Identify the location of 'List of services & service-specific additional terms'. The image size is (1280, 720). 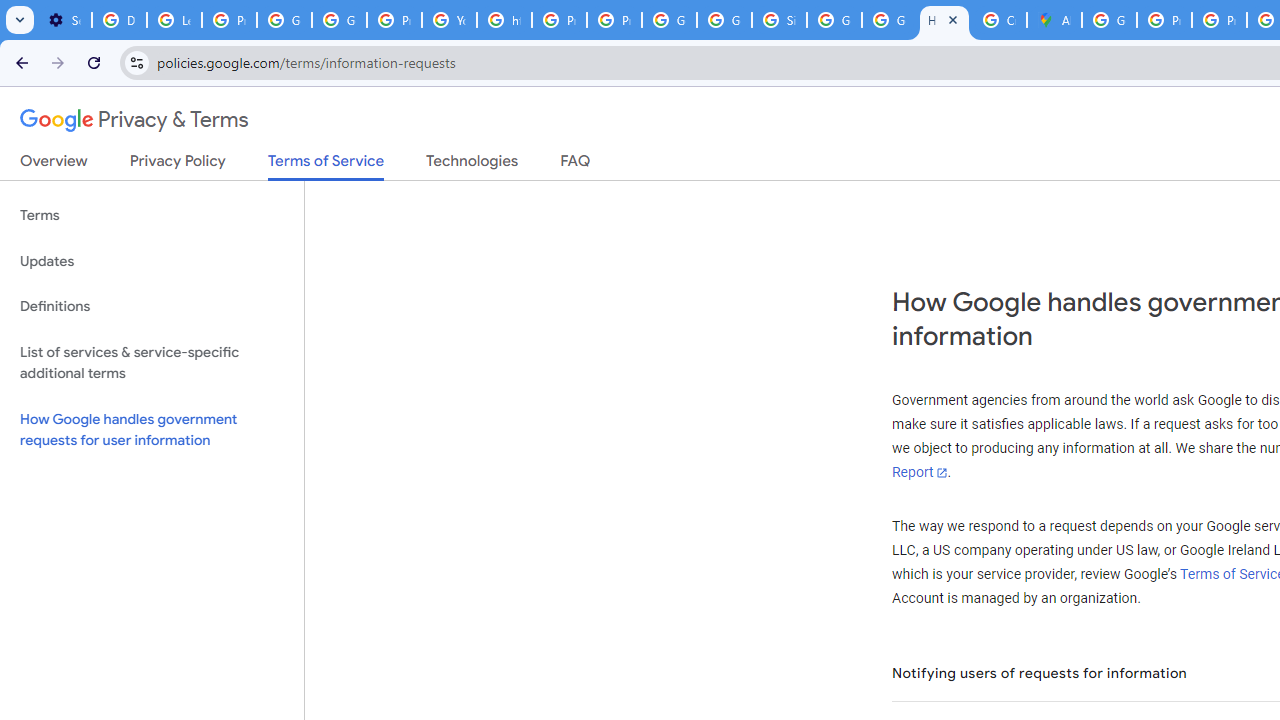
(151, 362).